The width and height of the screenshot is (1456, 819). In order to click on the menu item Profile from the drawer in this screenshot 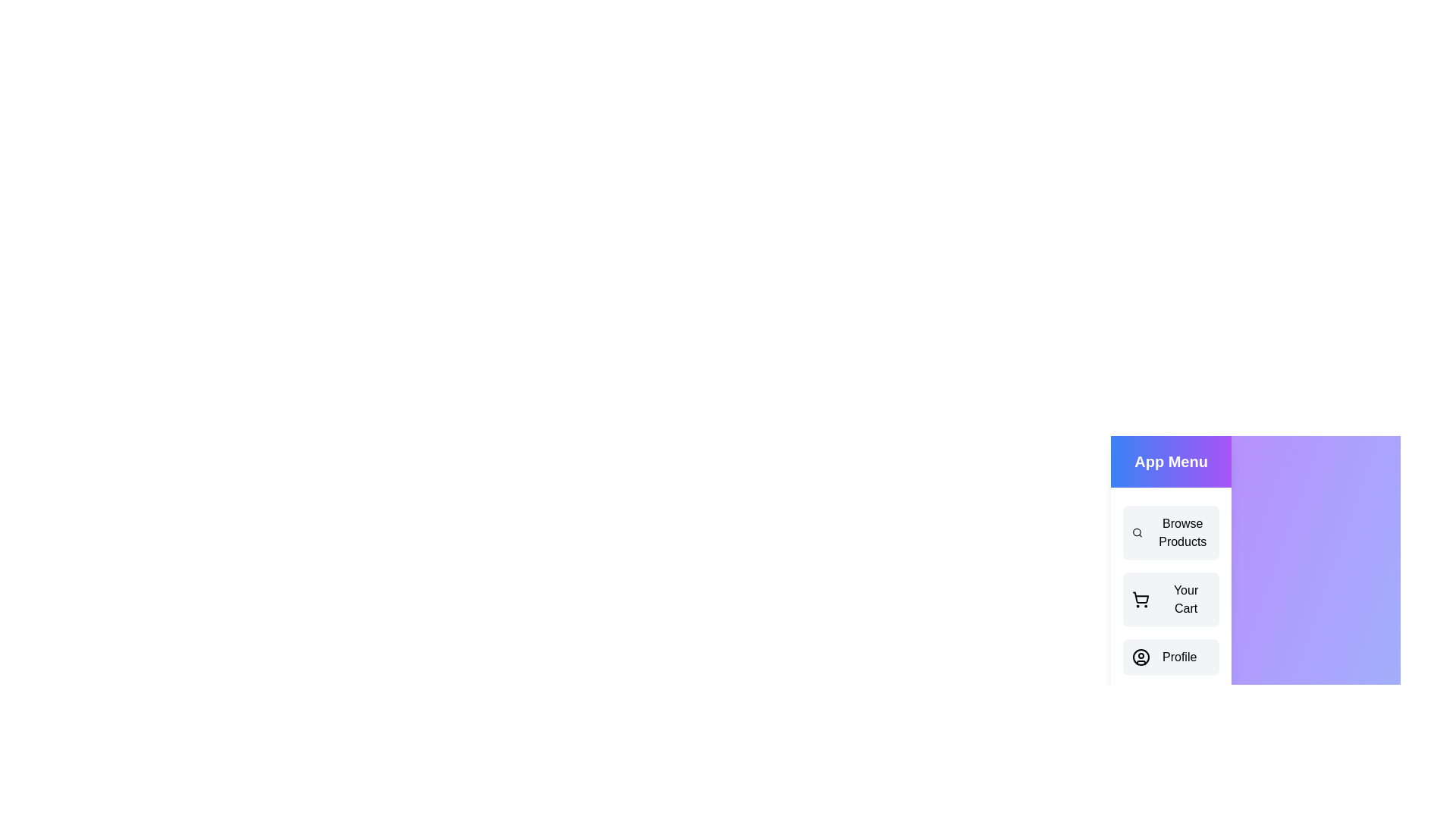, I will do `click(1170, 657)`.